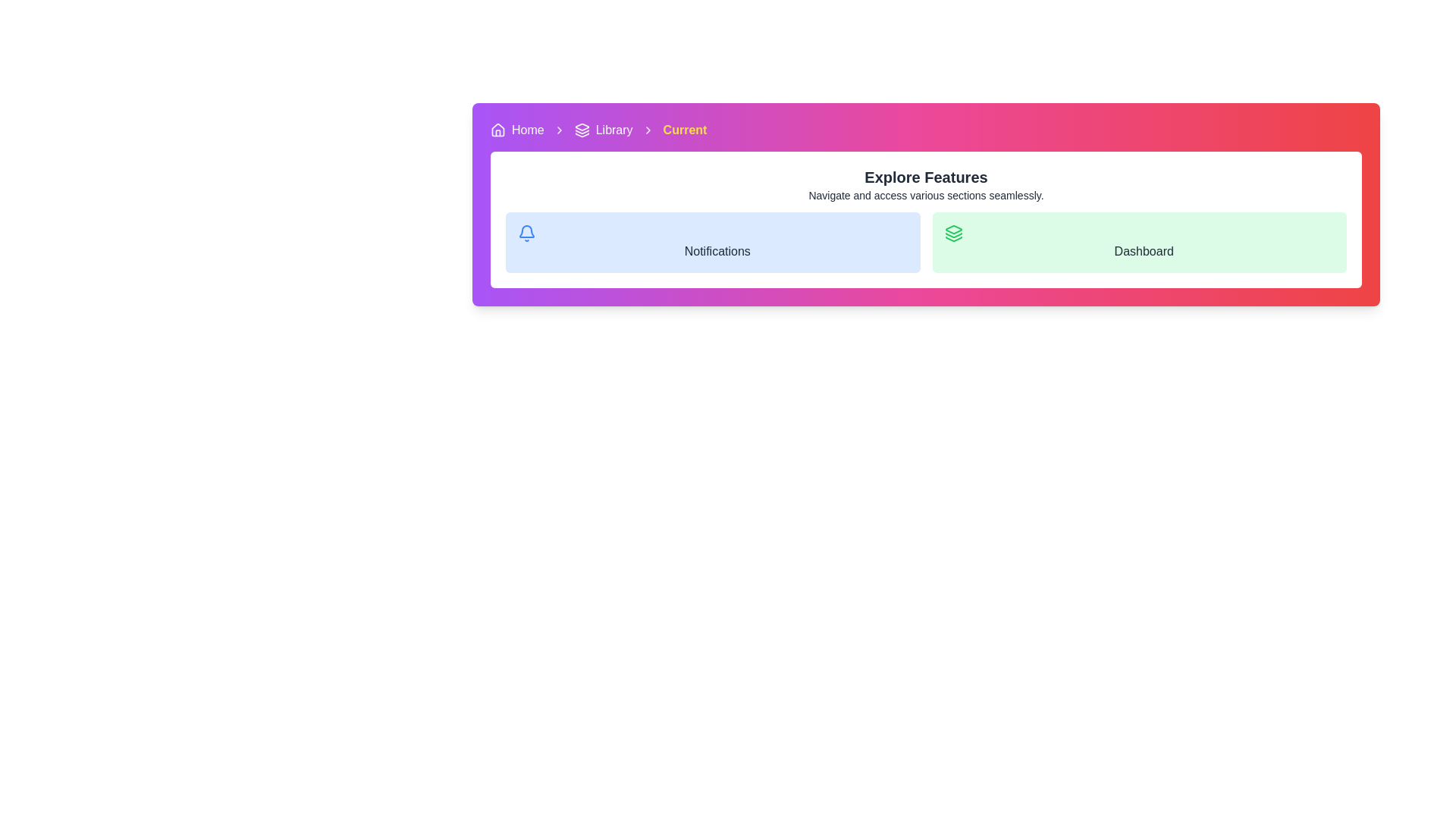 The height and width of the screenshot is (819, 1456). I want to click on Breadcrumb Link that navigates to the 'Library' section, positioned between 'Home' and 'Current' in the header bar, so click(603, 130).